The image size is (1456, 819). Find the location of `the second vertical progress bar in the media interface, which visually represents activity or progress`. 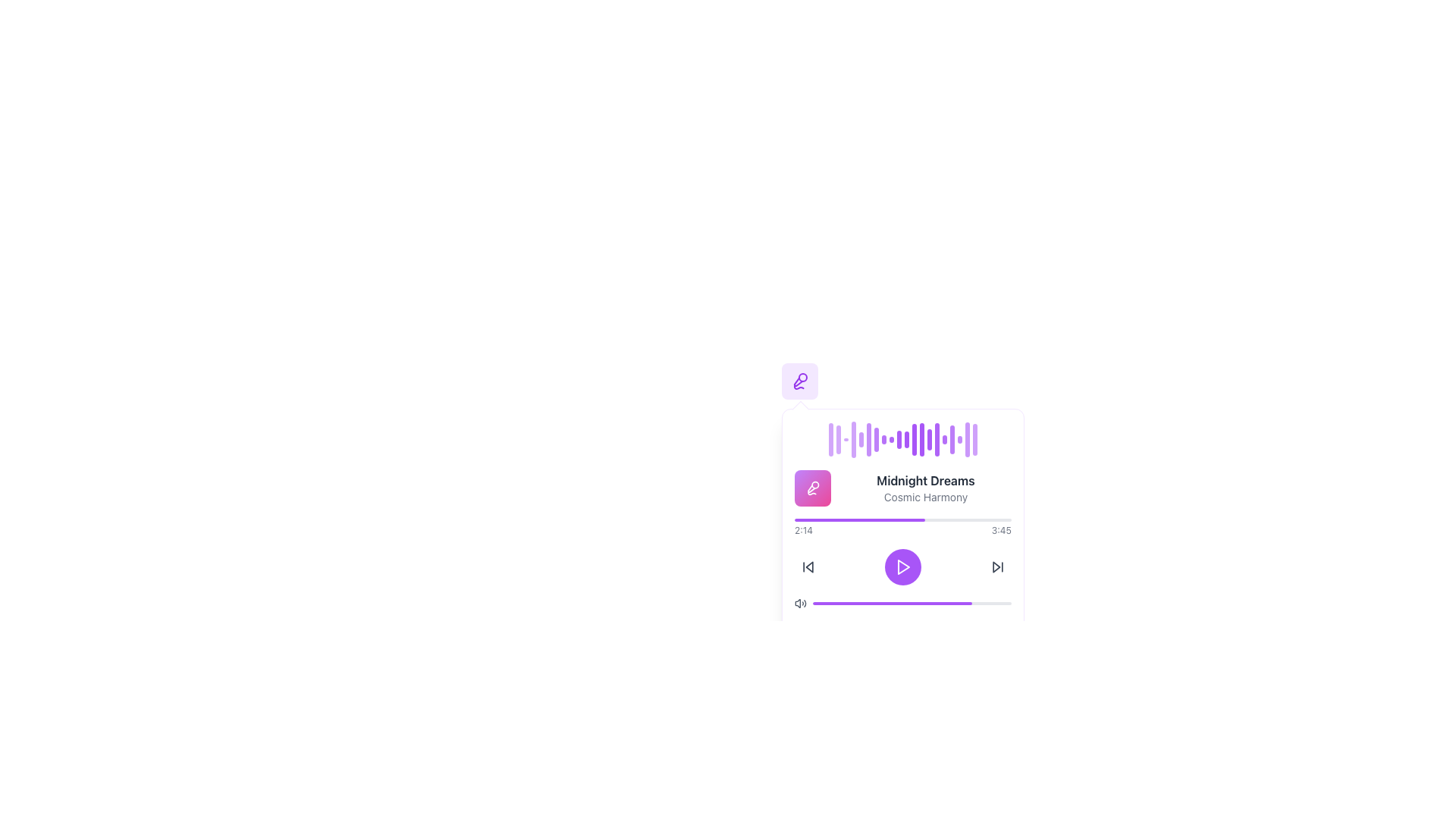

the second vertical progress bar in the media interface, which visually represents activity or progress is located at coordinates (837, 438).